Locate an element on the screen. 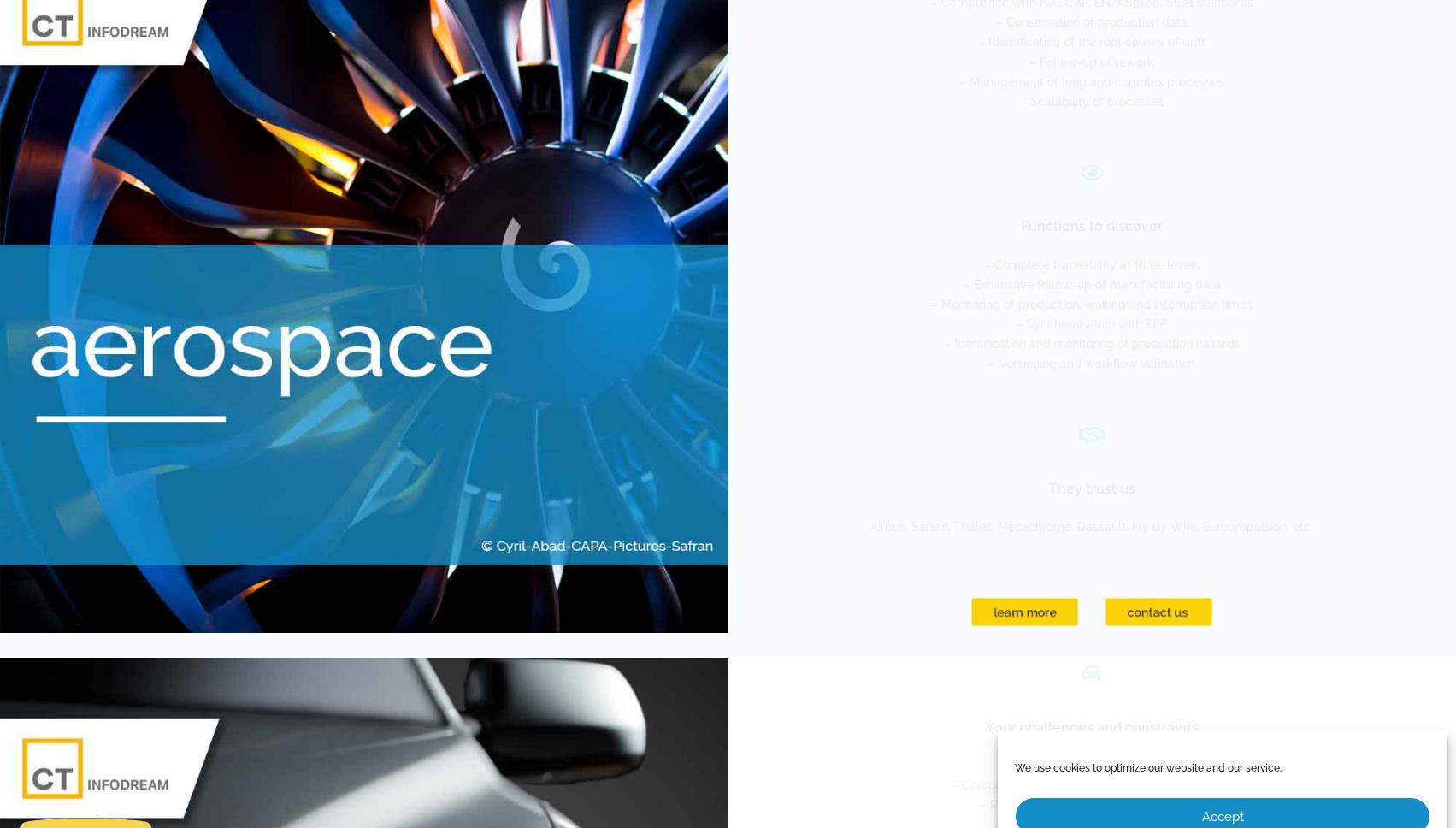 The height and width of the screenshot is (828, 1456). '– Synchronisation with ERP' is located at coordinates (1091, 322).